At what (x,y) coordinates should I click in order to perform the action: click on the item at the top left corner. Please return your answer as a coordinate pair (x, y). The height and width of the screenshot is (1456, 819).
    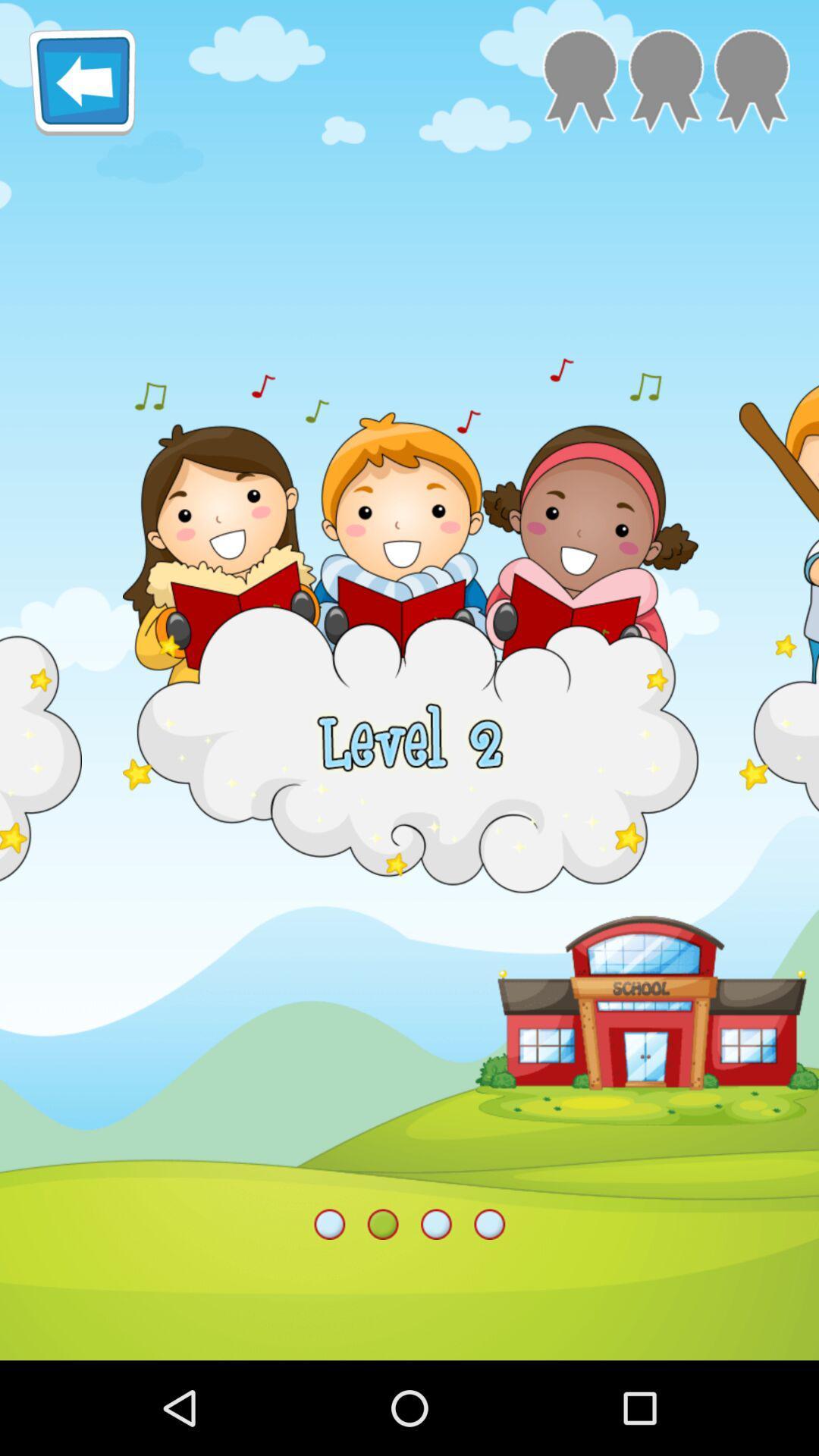
    Looking at the image, I should click on (82, 81).